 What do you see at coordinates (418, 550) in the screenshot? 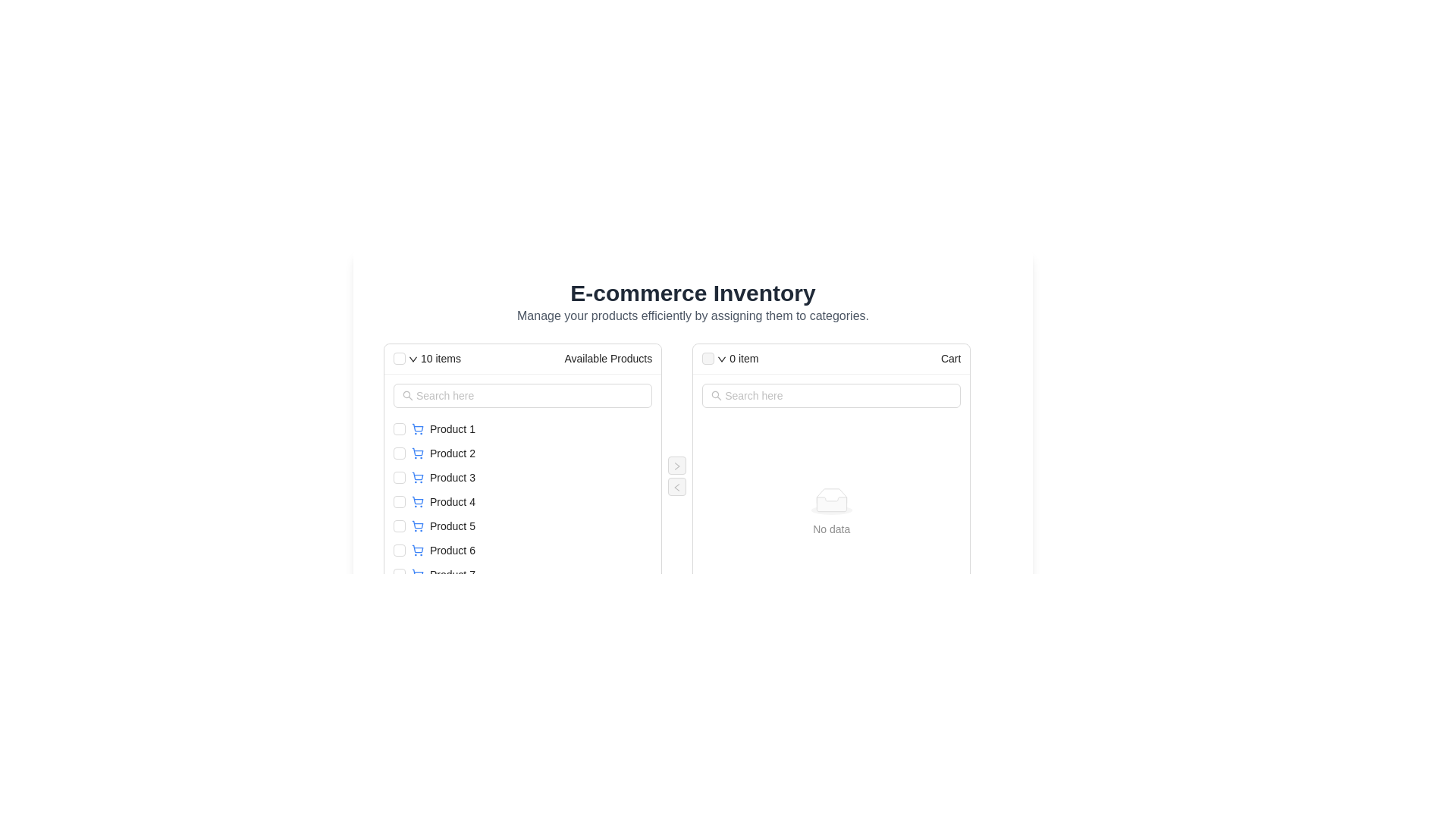
I see `the shopping cart icon associated with 'Product 6', which is positioned to the left of the product label` at bounding box center [418, 550].